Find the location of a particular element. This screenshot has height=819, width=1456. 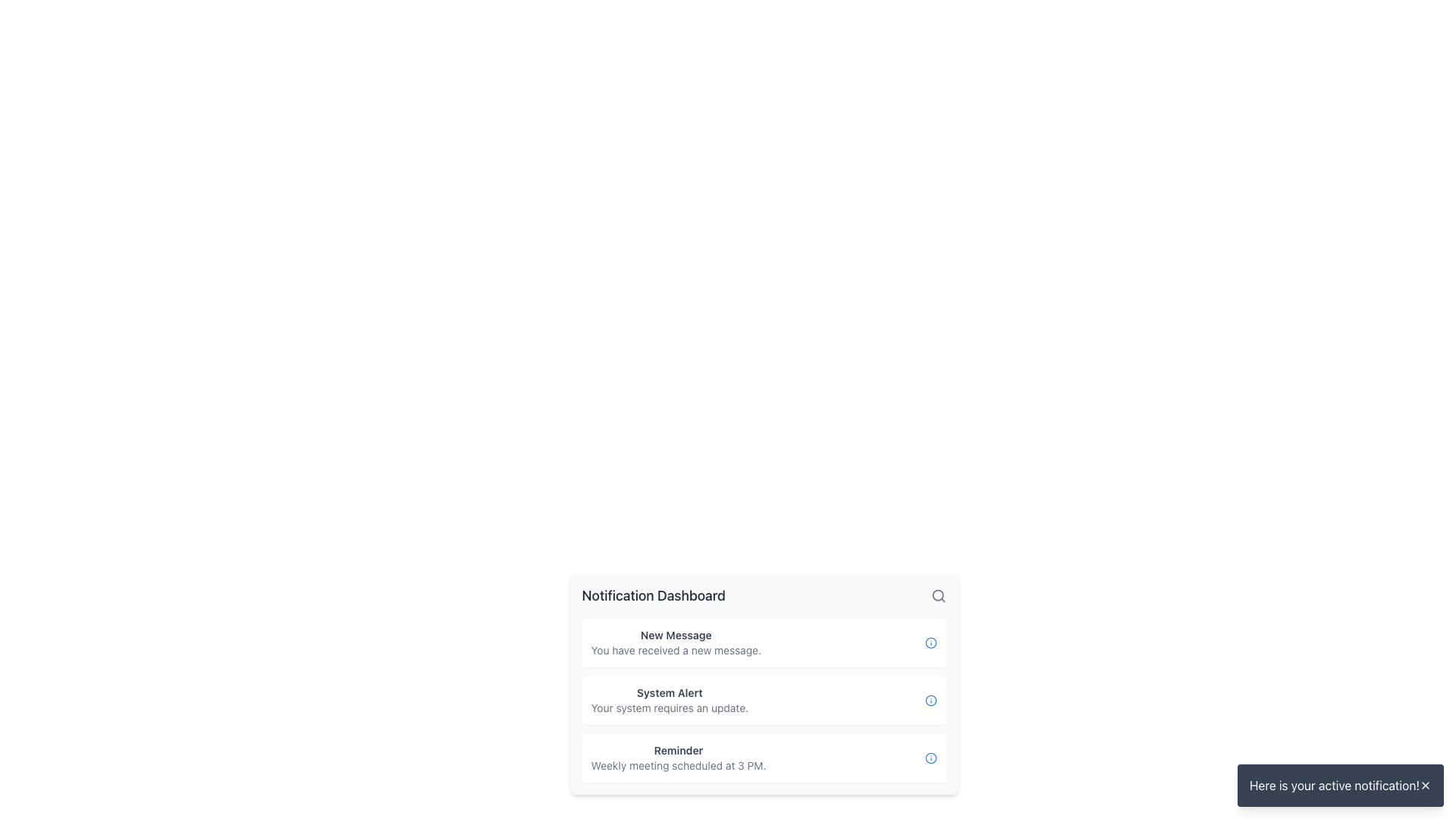

the Notification Box Item, which is a boxed section of a notification dashboard with a light gray background, rounded corners, and three notifications titled 'New Message', 'System Alert', and 'Reminder'. This is the middle item of the three notifications is located at coordinates (764, 684).